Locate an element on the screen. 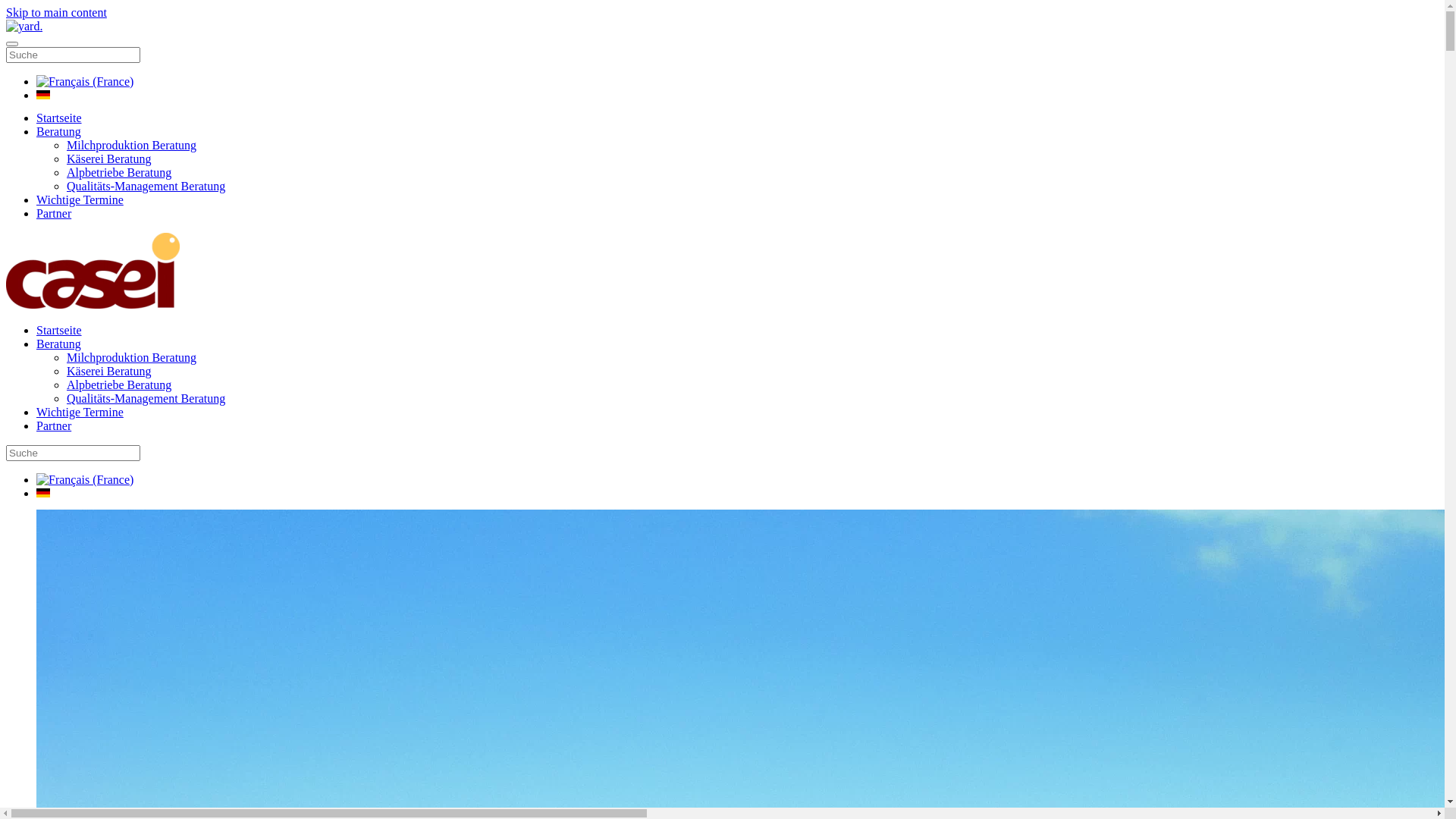 The height and width of the screenshot is (819, 1456). 'Partner' is located at coordinates (54, 425).